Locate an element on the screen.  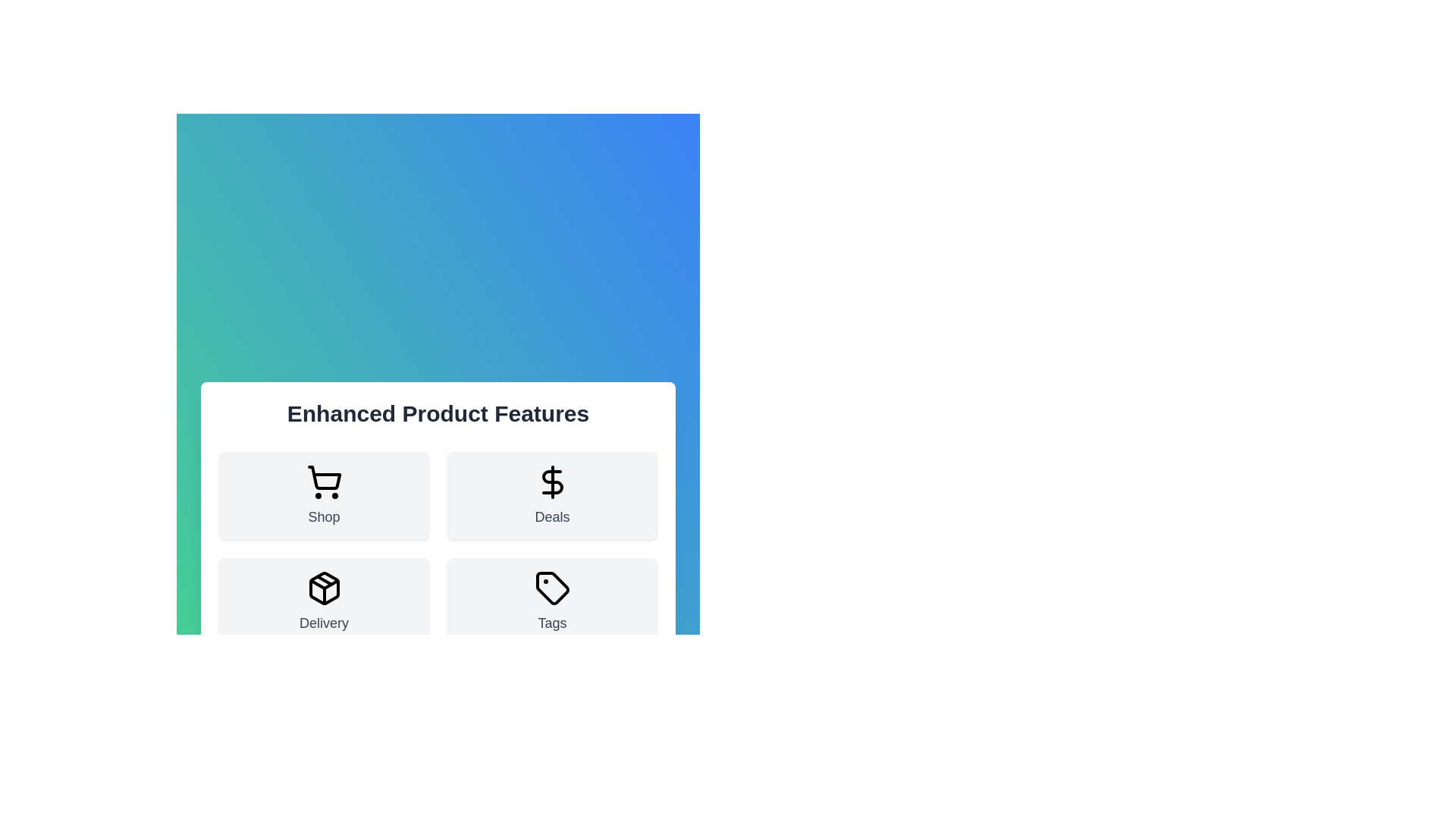
the navigational button located in the top-left cell of the grid layout is located at coordinates (323, 496).